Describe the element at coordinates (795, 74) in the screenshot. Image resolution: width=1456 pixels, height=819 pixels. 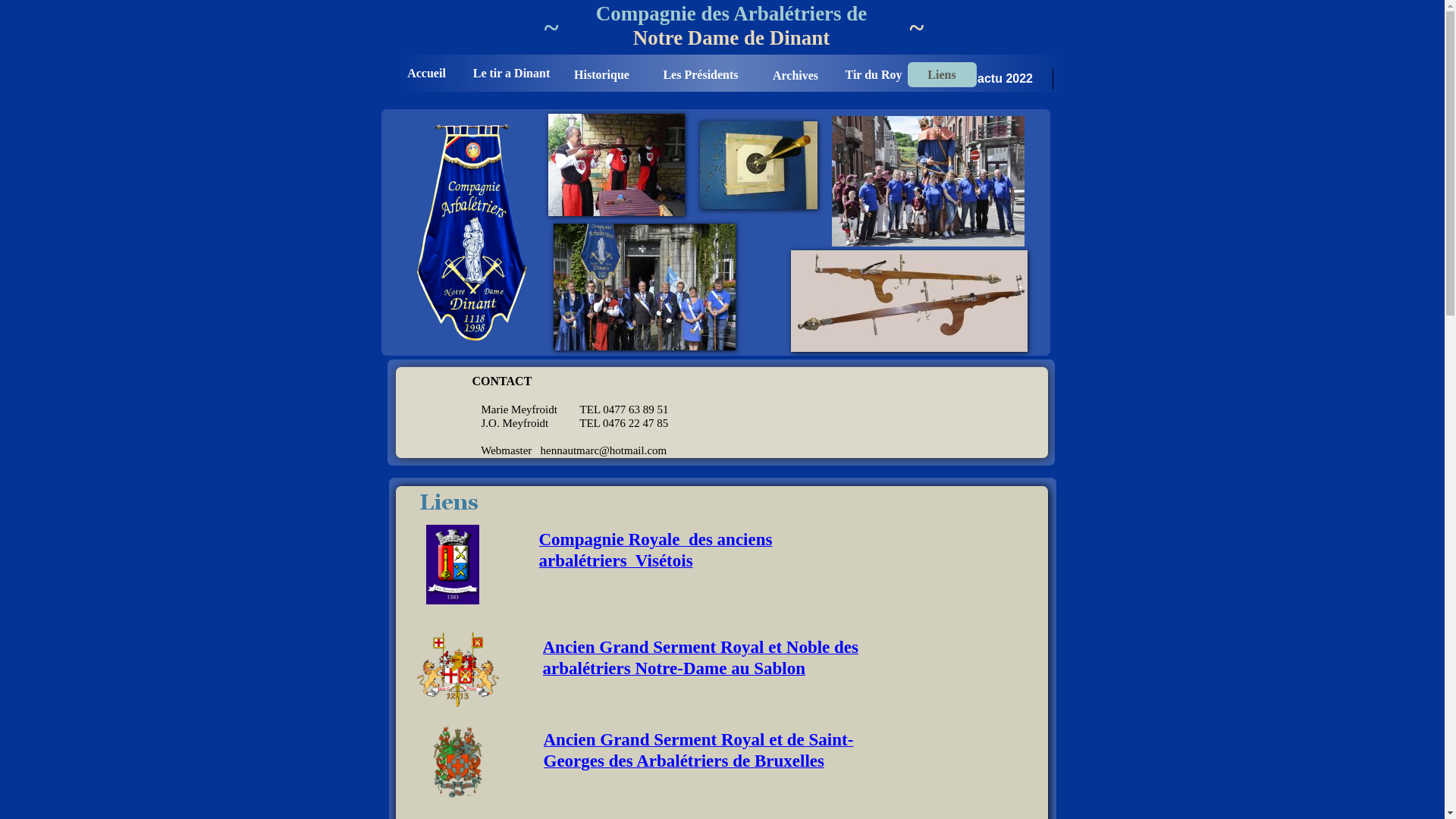
I see `'Archives'` at that location.